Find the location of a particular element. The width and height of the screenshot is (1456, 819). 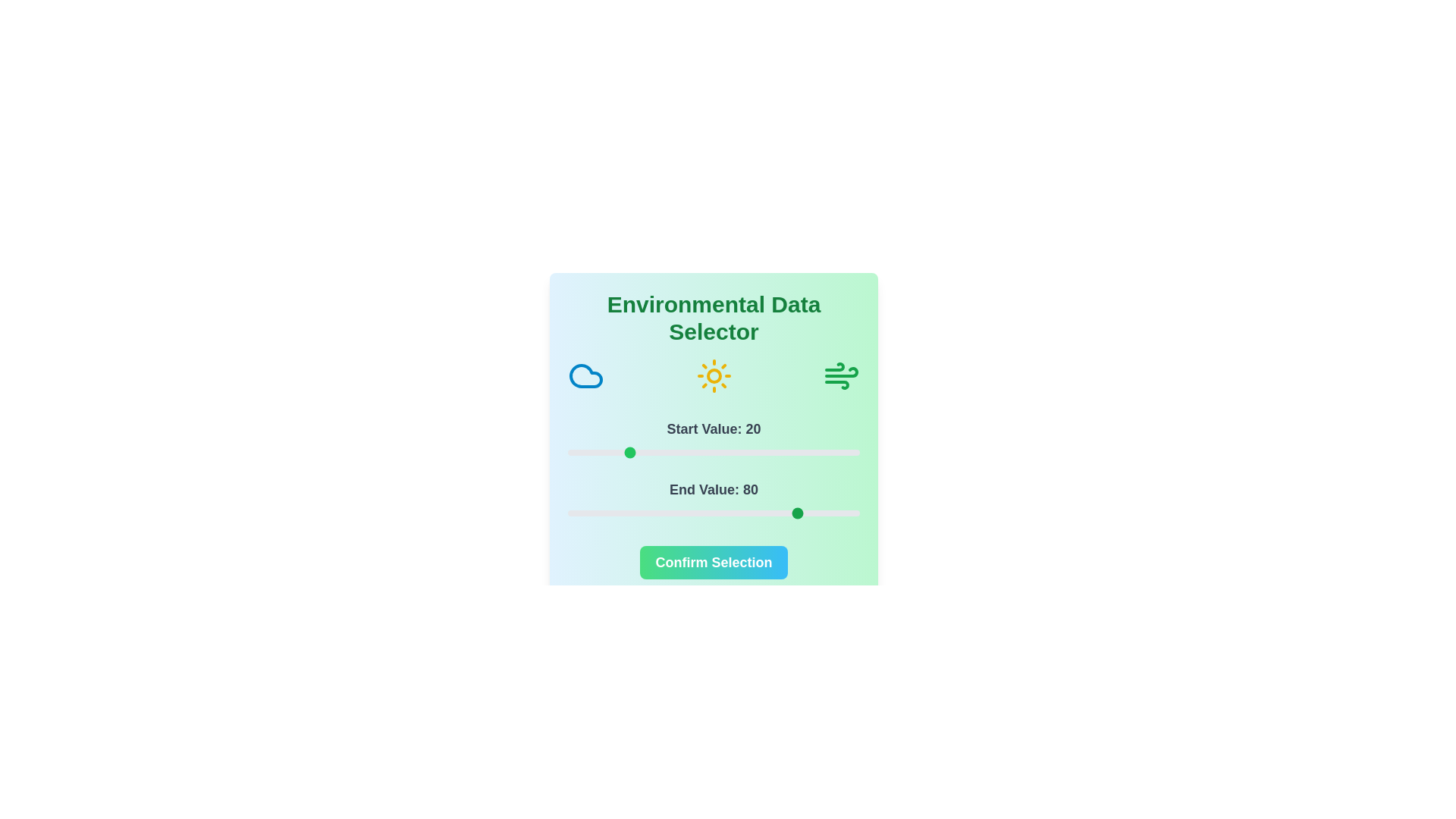

the End Value slider is located at coordinates (745, 513).